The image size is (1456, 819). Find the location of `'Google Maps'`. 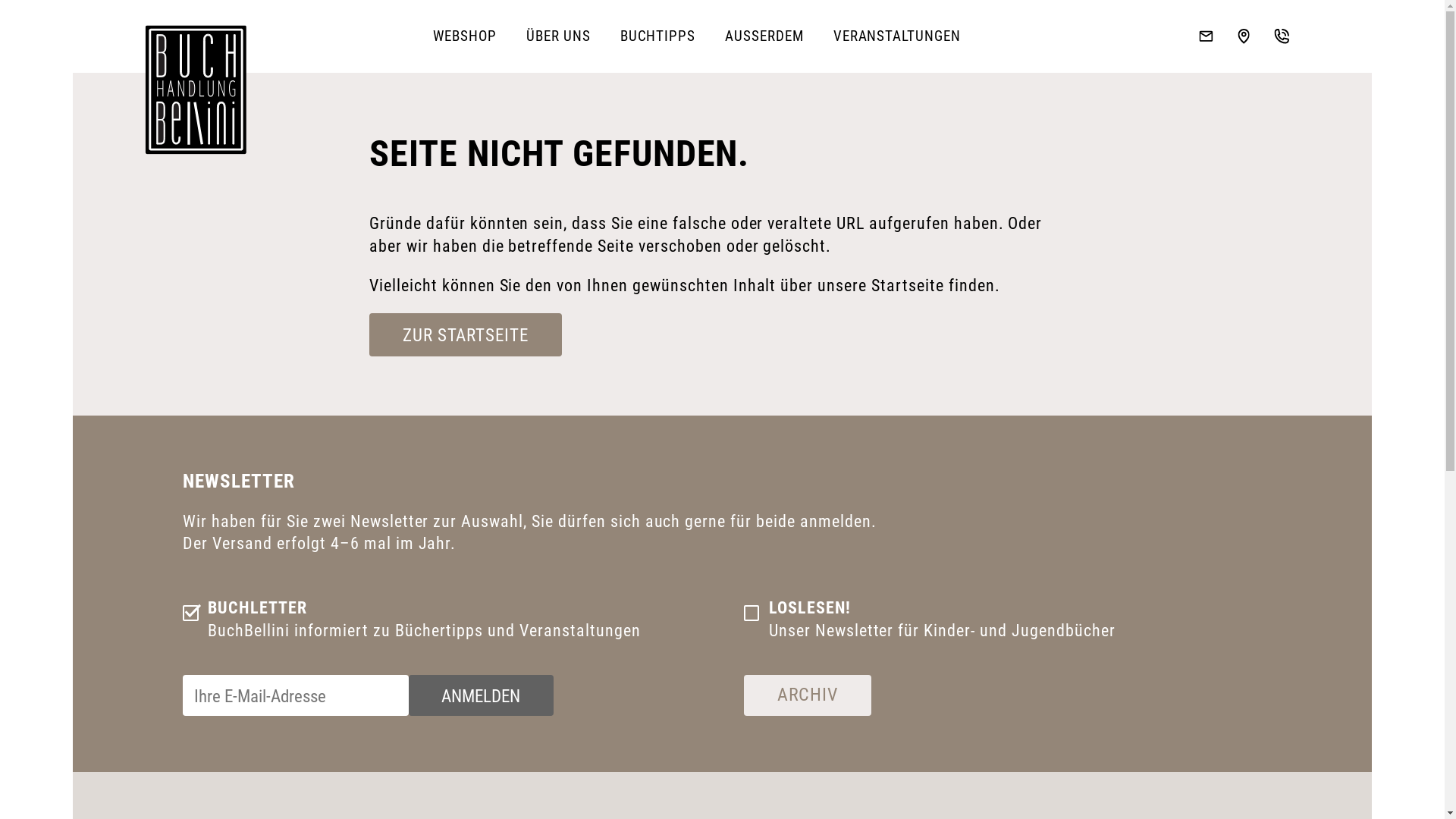

'Google Maps' is located at coordinates (1244, 35).